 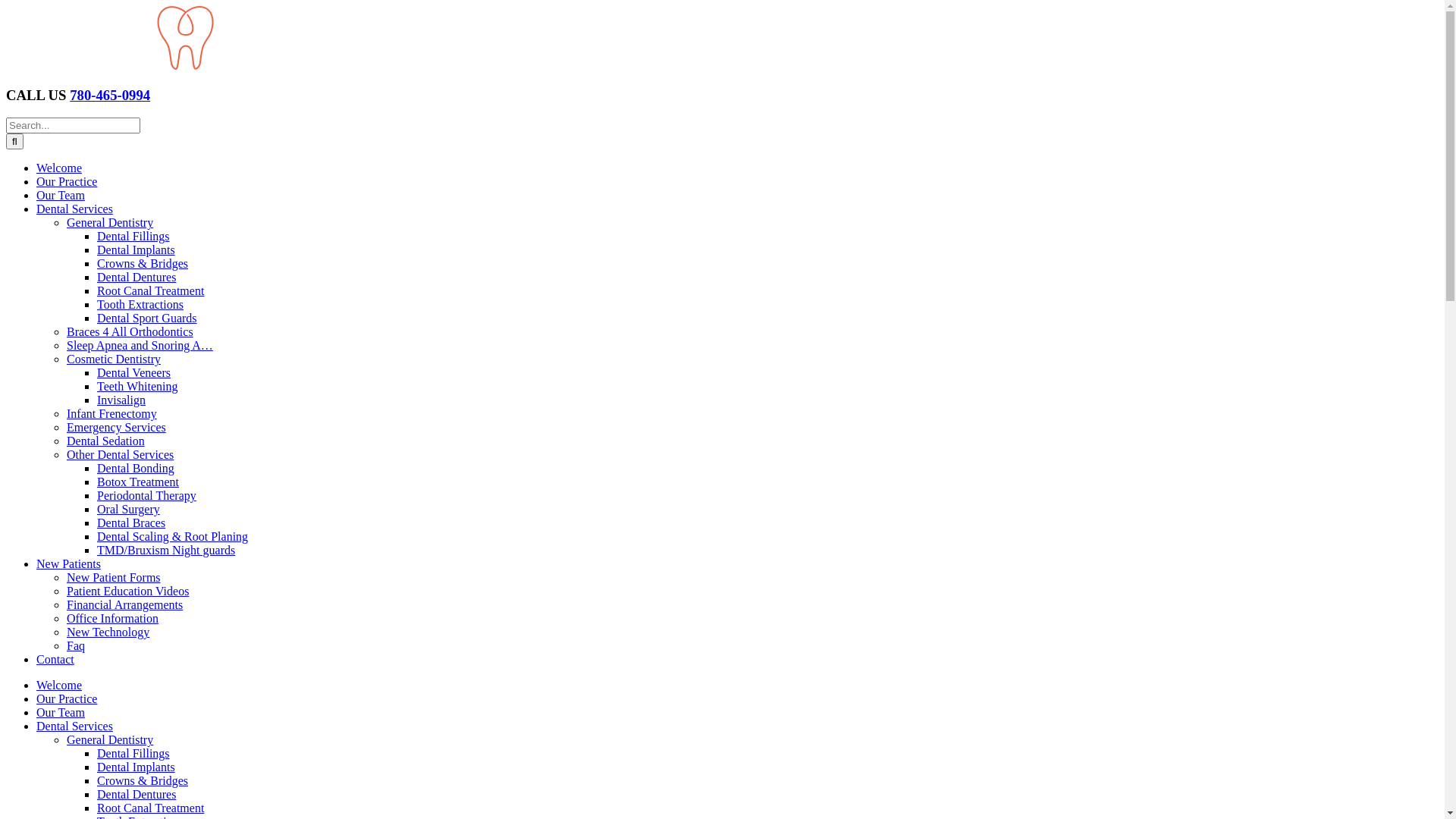 What do you see at coordinates (146, 317) in the screenshot?
I see `'Dental Sport Guards'` at bounding box center [146, 317].